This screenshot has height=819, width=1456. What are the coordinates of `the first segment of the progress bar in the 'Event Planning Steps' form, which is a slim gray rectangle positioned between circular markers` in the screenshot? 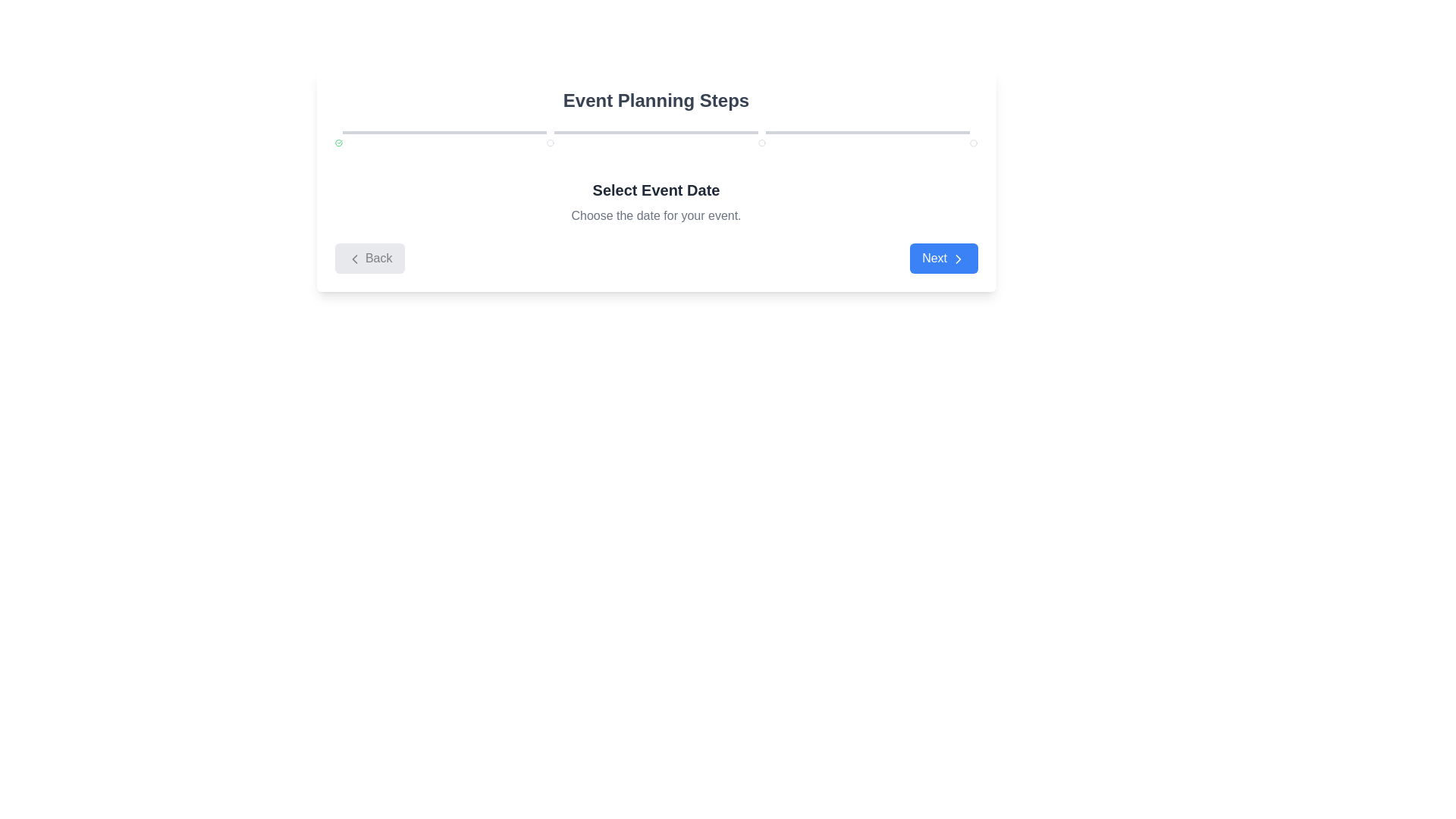 It's located at (444, 131).